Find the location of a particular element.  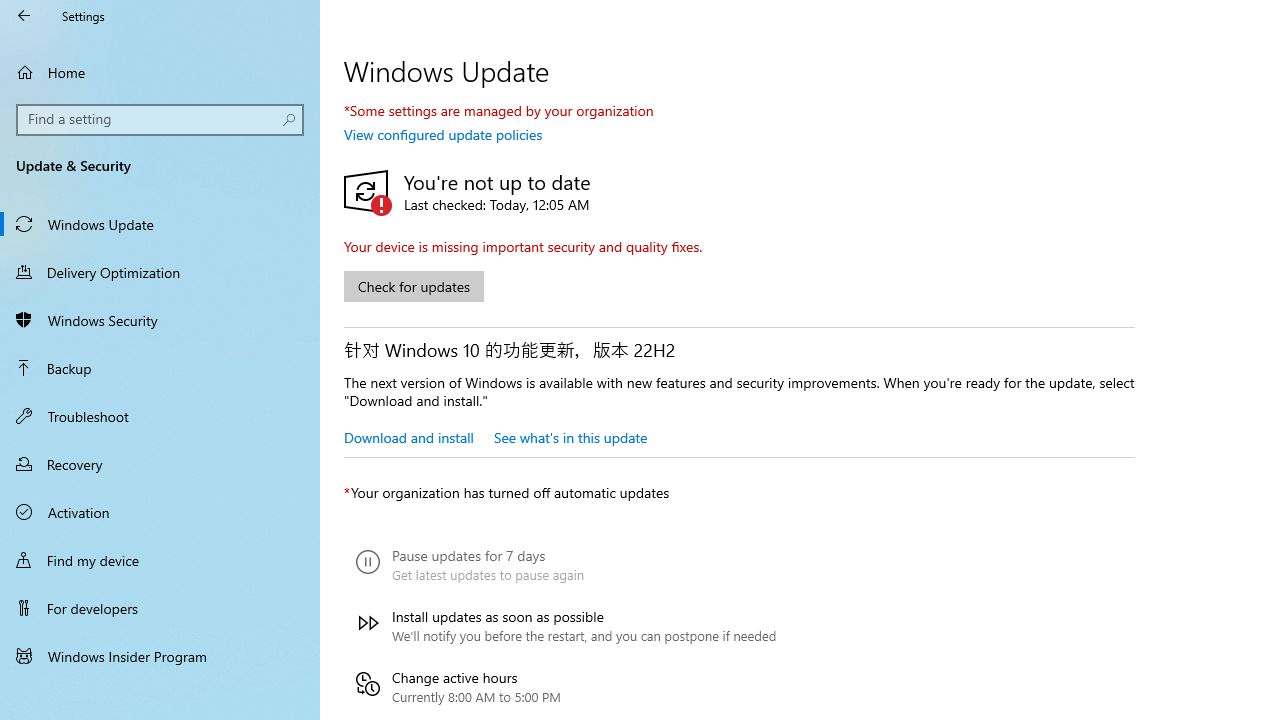

'Home' is located at coordinates (160, 71).